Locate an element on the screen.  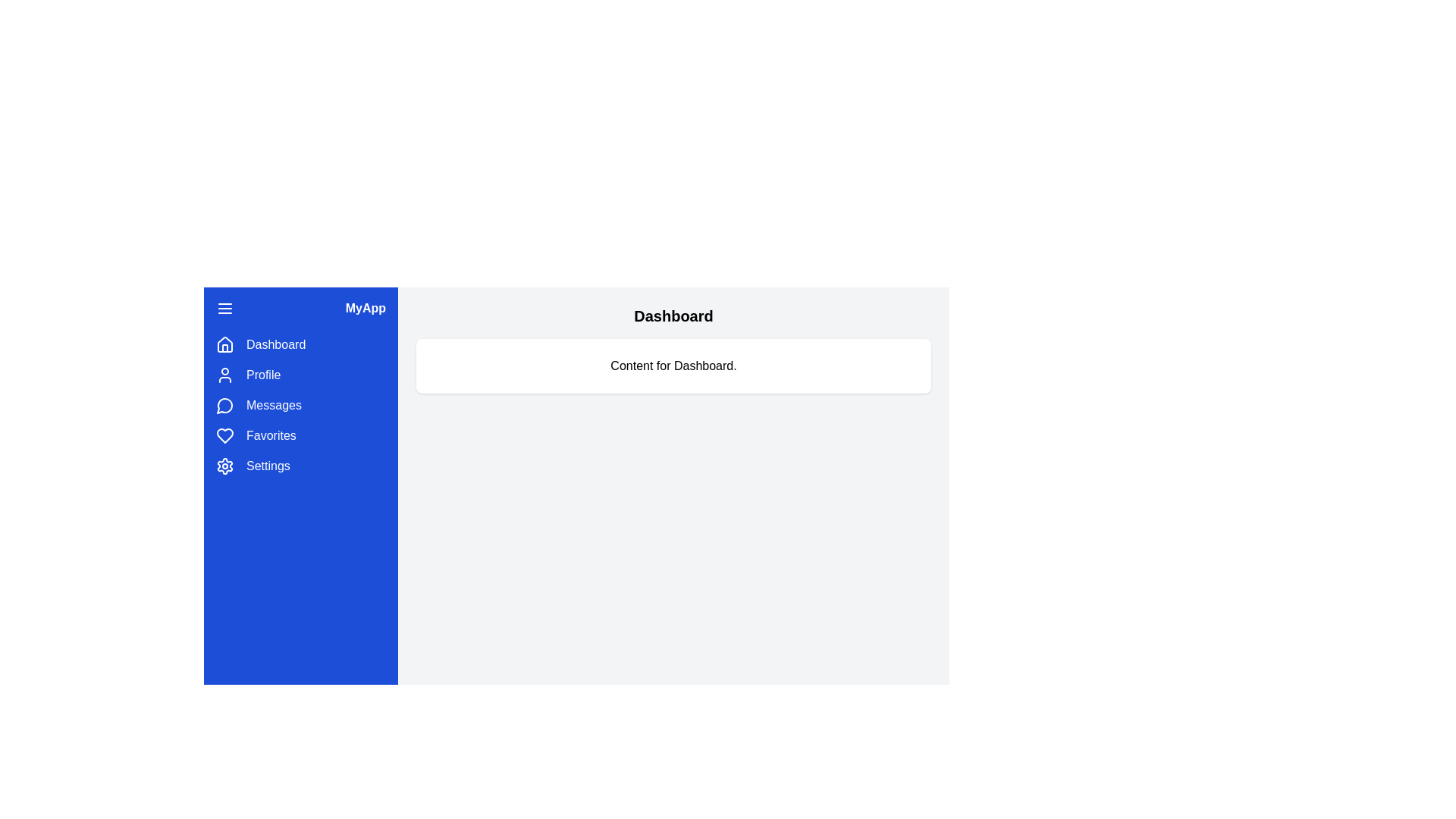
the house-shaped icon in the navigation menu located near the top left of the interface is located at coordinates (224, 344).